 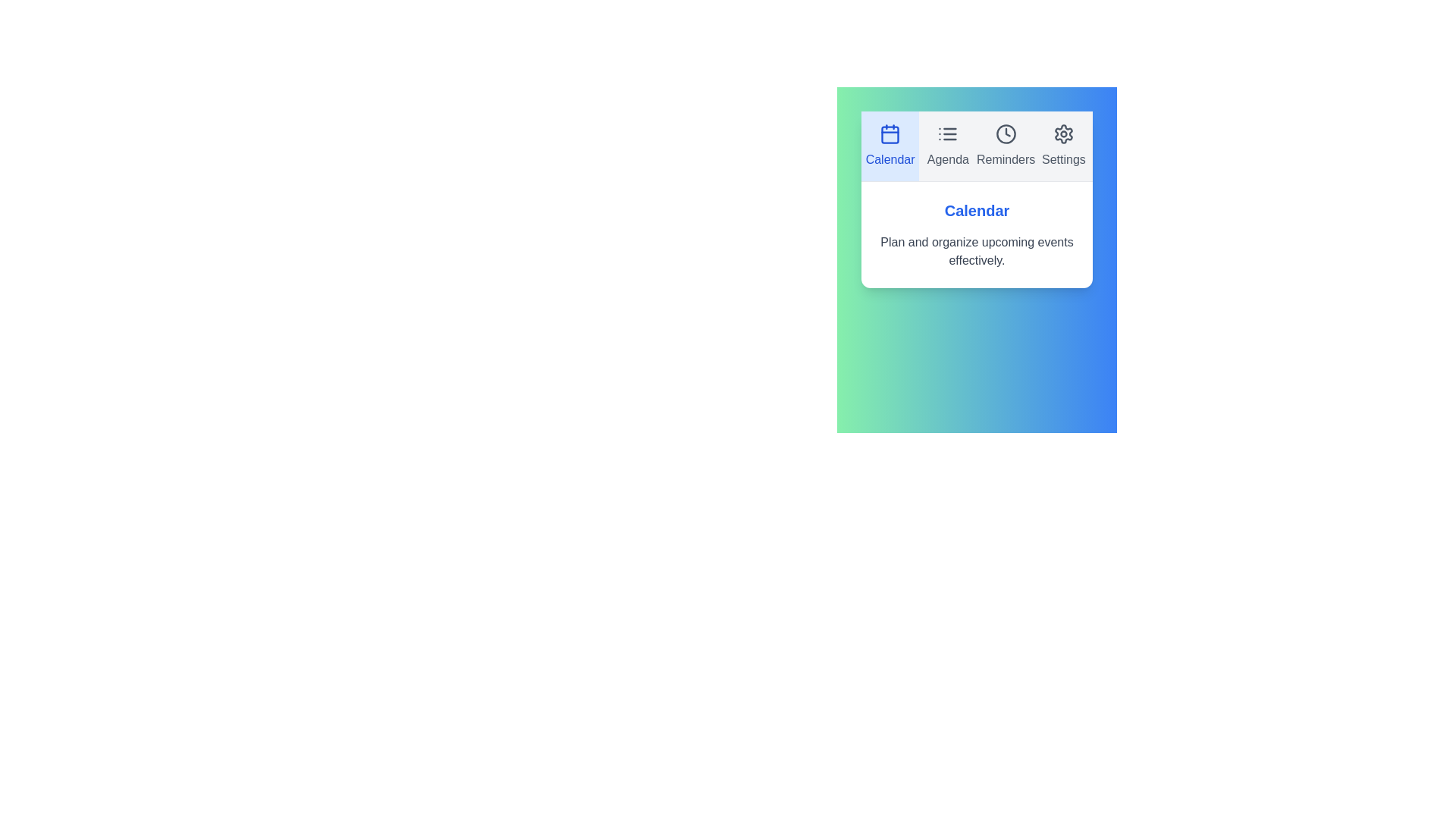 I want to click on the Calendar tab to view its content, so click(x=890, y=146).